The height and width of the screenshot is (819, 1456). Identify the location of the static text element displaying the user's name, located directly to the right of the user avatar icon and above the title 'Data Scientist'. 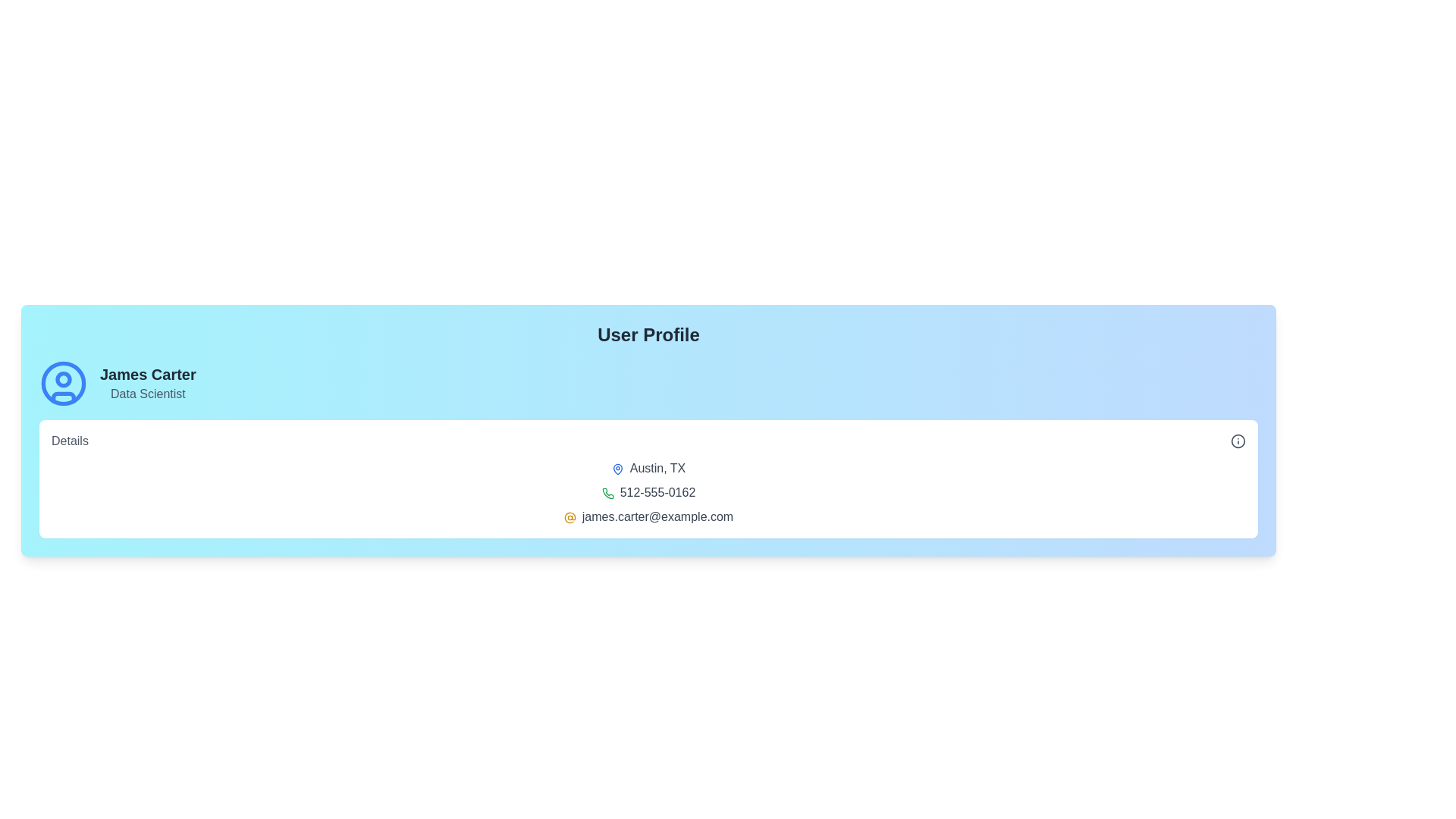
(148, 374).